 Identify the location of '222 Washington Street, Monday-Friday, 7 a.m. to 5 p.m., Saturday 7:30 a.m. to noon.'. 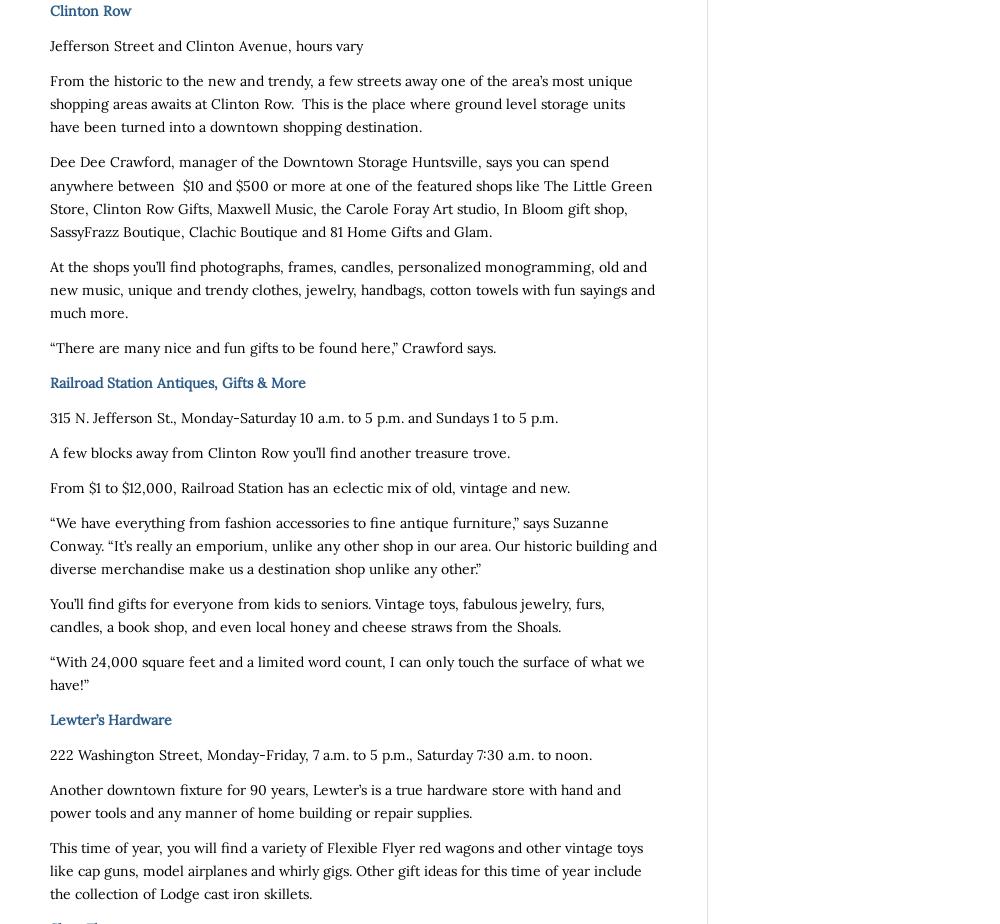
(320, 755).